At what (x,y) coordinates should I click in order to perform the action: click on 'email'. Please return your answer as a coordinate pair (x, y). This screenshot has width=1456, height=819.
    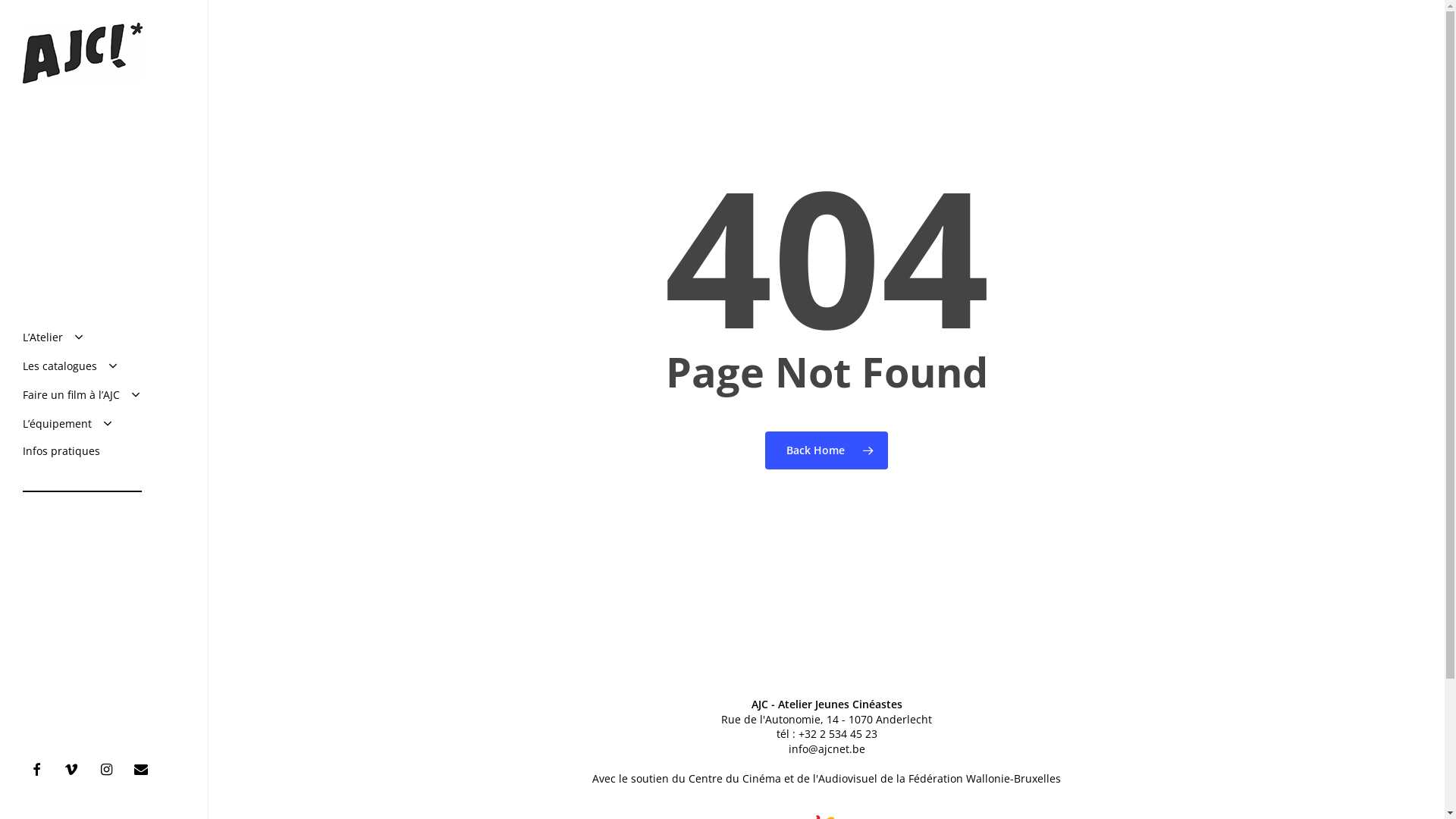
    Looking at the image, I should click on (145, 768).